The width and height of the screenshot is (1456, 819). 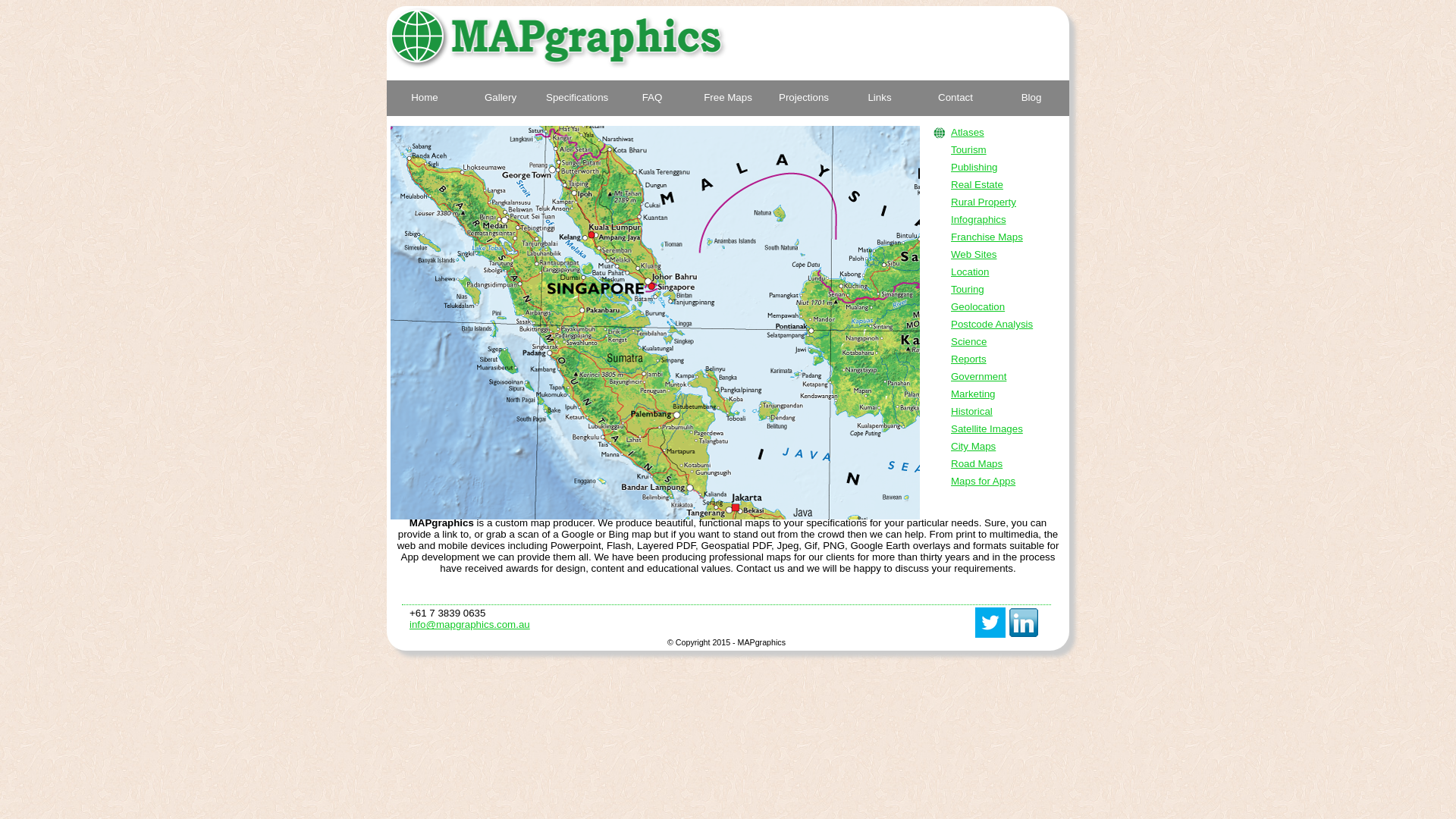 I want to click on 'Specifications', so click(x=575, y=98).